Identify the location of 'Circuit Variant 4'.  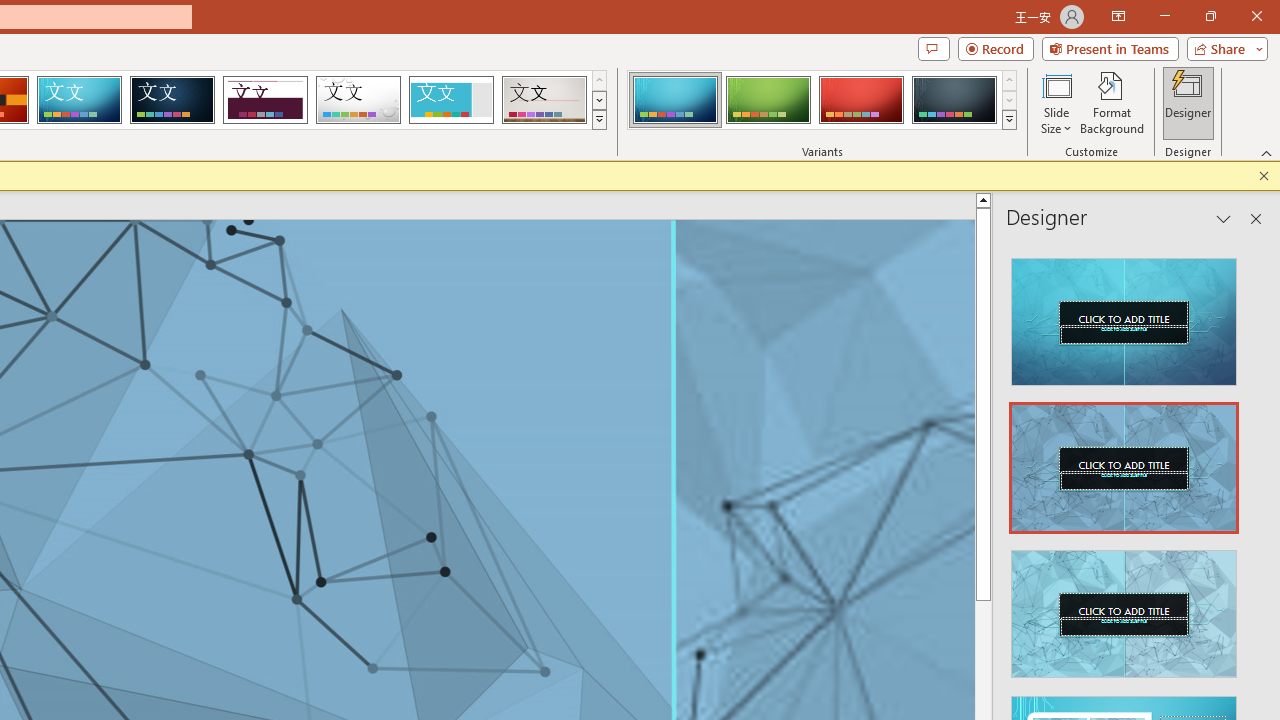
(953, 100).